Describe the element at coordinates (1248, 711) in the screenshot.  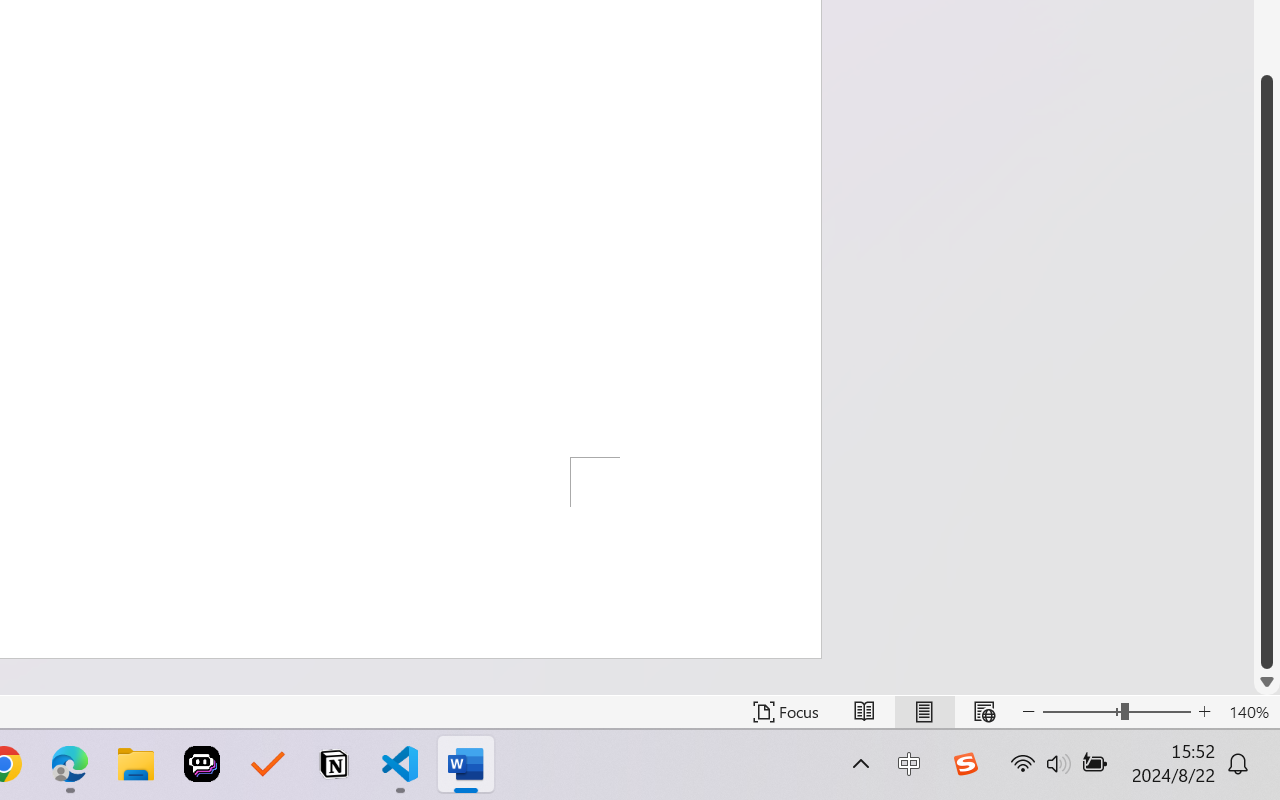
I see `'Zoom 140%'` at that location.